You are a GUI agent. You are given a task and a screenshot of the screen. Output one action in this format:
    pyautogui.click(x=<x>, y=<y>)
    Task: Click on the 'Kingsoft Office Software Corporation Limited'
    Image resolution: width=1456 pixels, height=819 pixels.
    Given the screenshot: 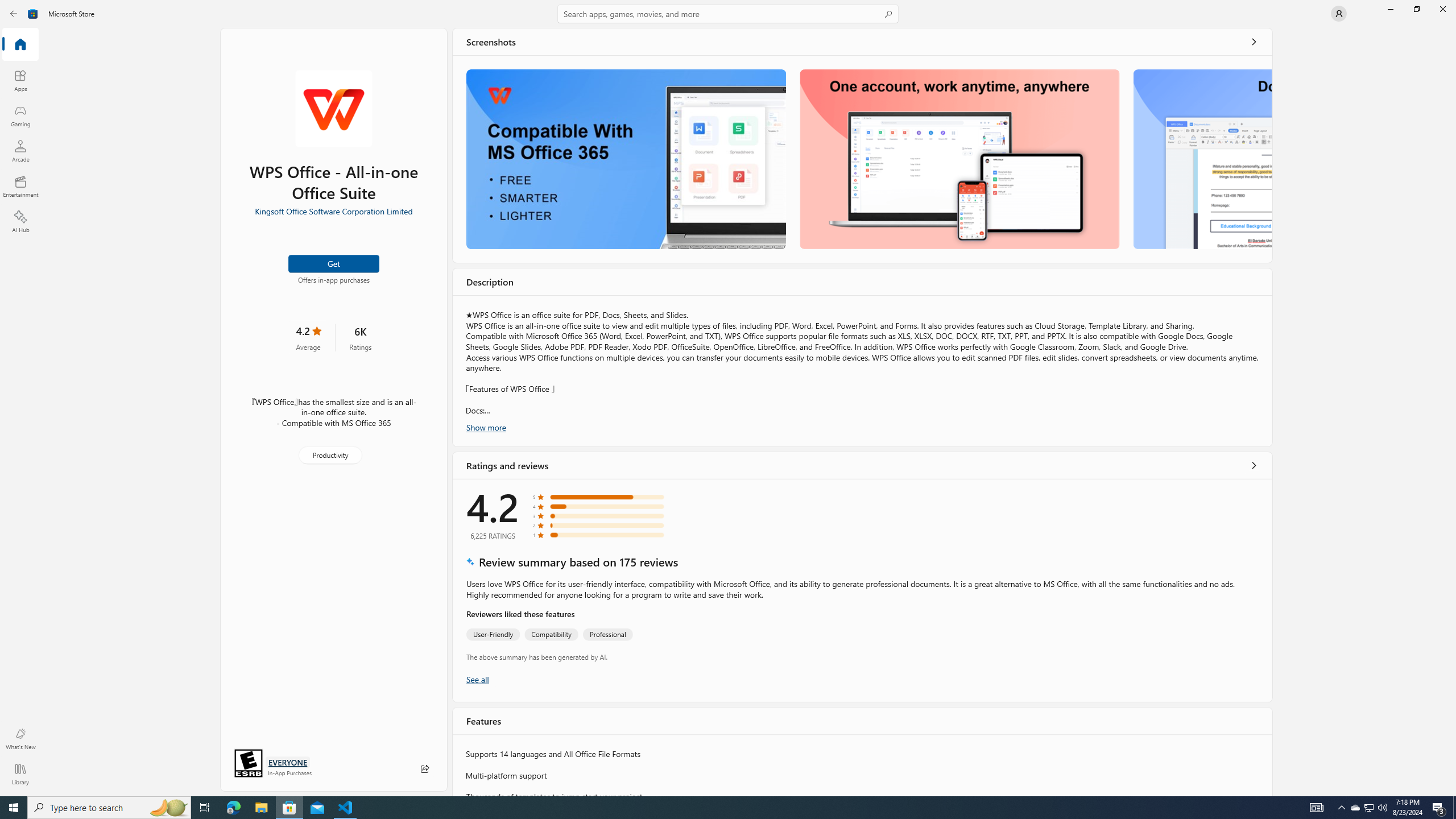 What is the action you would take?
    pyautogui.click(x=333, y=210)
    